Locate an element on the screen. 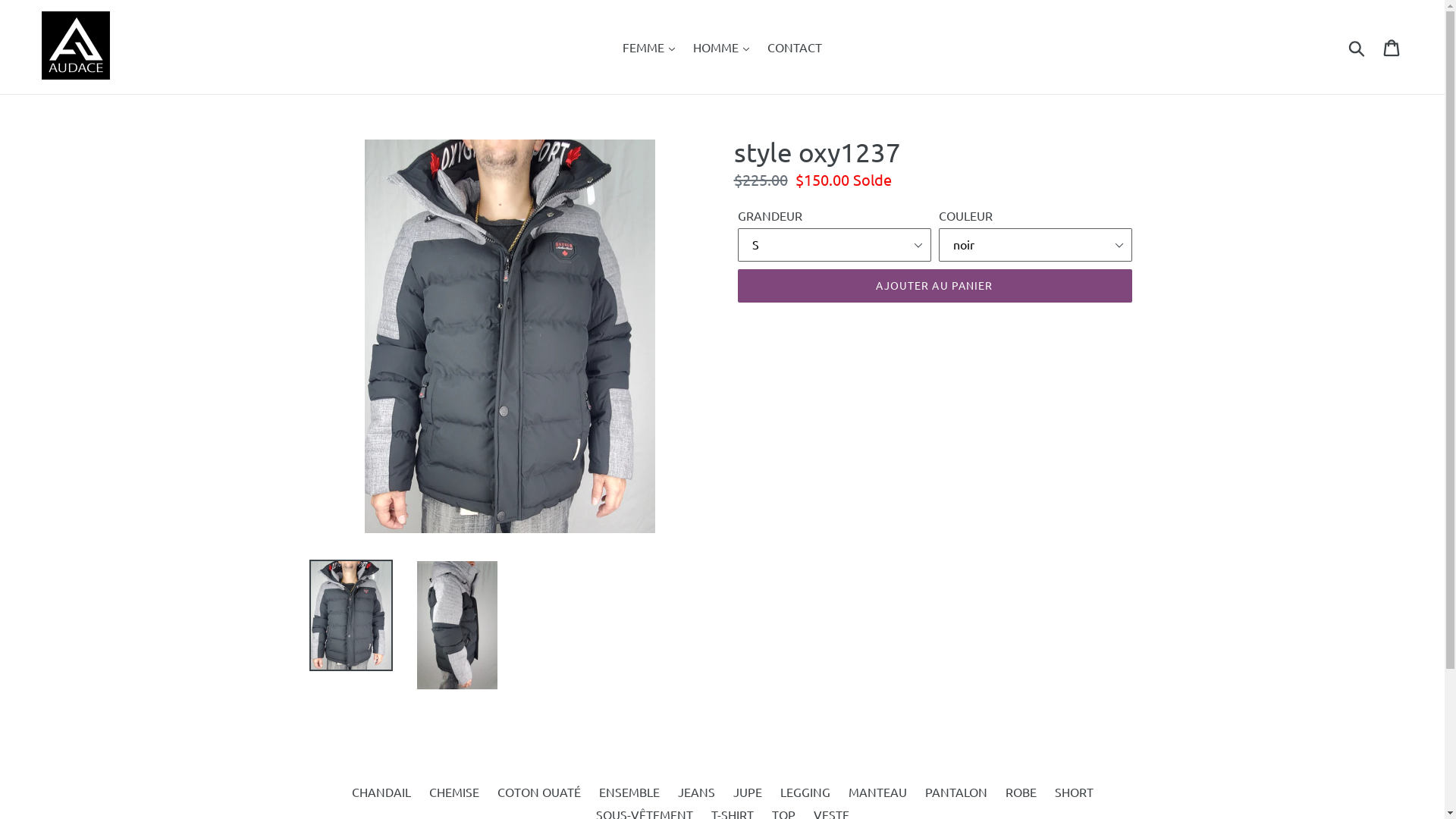 This screenshot has height=819, width=1456. 'CHEMISE' is located at coordinates (453, 791).